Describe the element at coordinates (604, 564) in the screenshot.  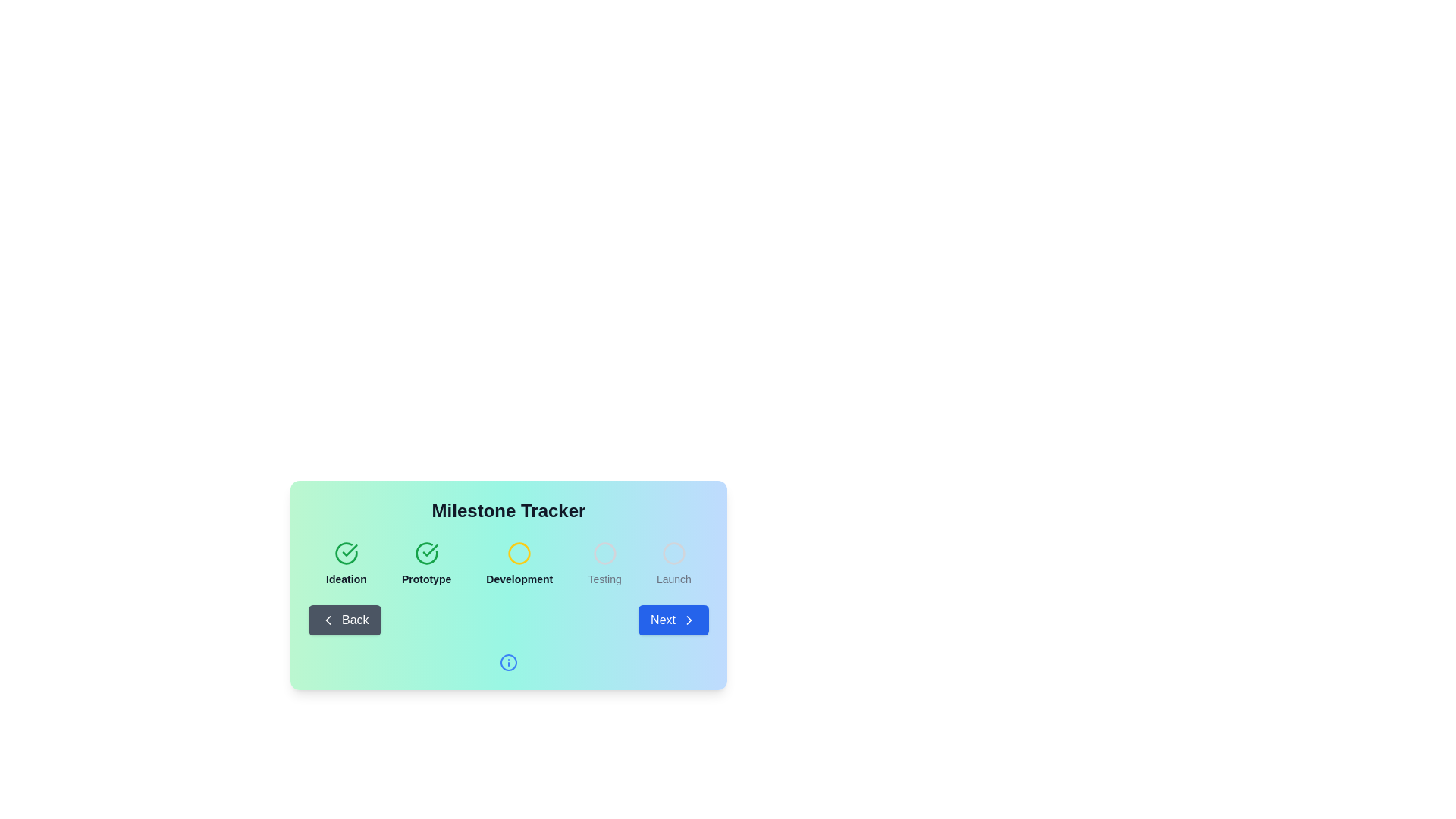
I see `the status of the Milestone indicator representing the 'Testing' stage, which is the fourth milestone in the sequence of stages` at that location.